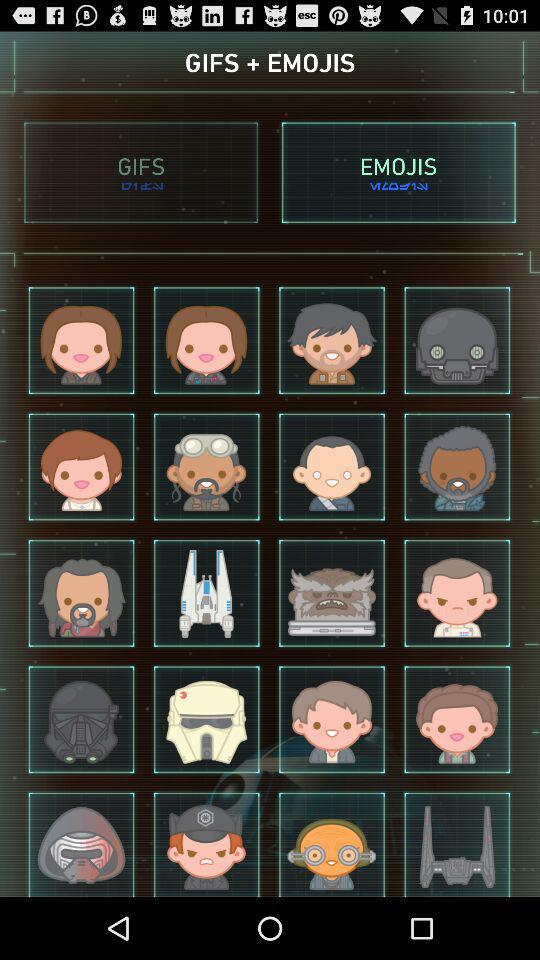 This screenshot has width=540, height=960. Describe the element at coordinates (331, 467) in the screenshot. I see `the third image in the second row` at that location.